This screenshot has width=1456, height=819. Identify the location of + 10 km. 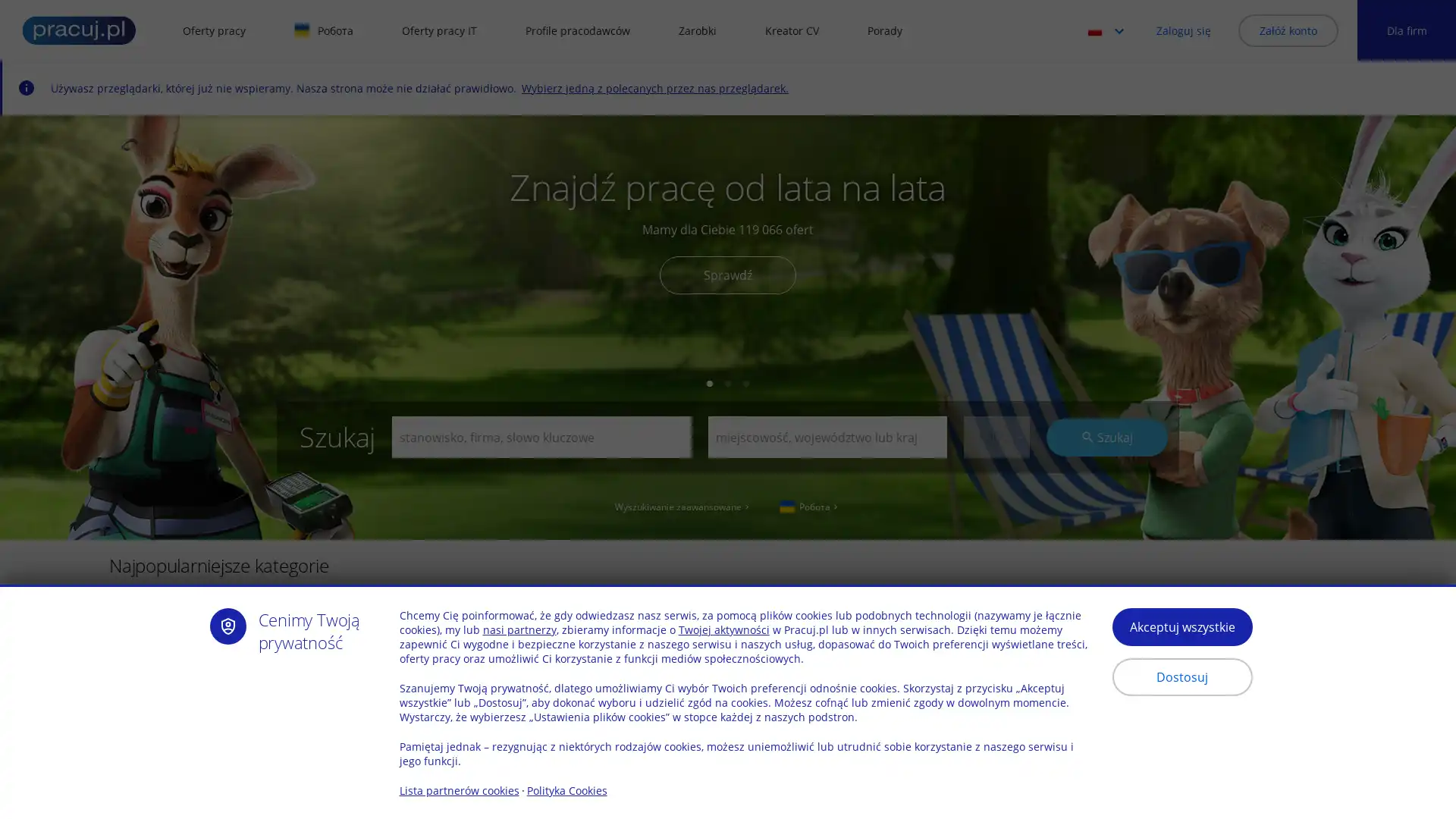
(996, 513).